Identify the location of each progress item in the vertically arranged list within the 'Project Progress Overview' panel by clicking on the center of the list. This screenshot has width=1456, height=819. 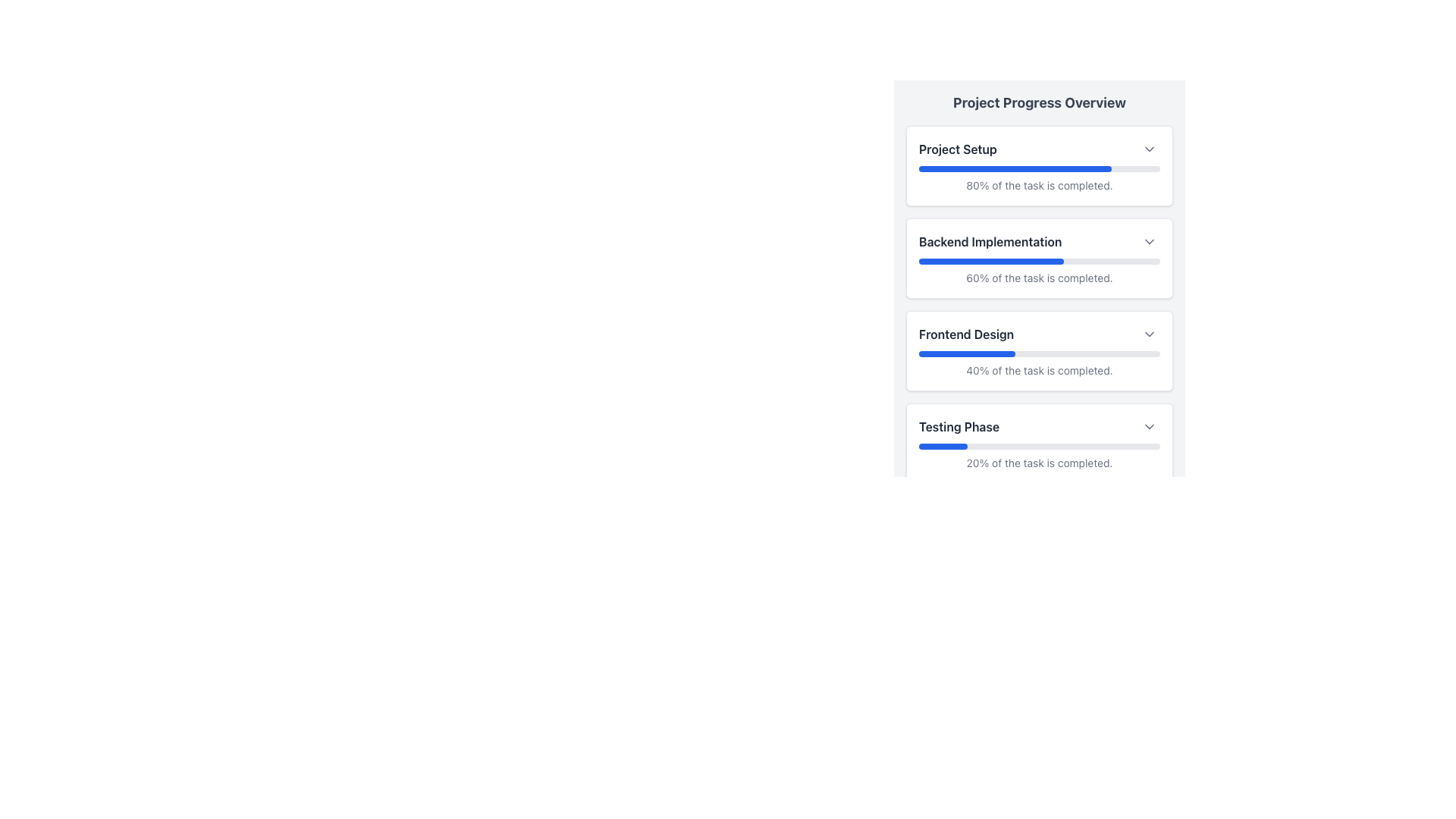
(1039, 304).